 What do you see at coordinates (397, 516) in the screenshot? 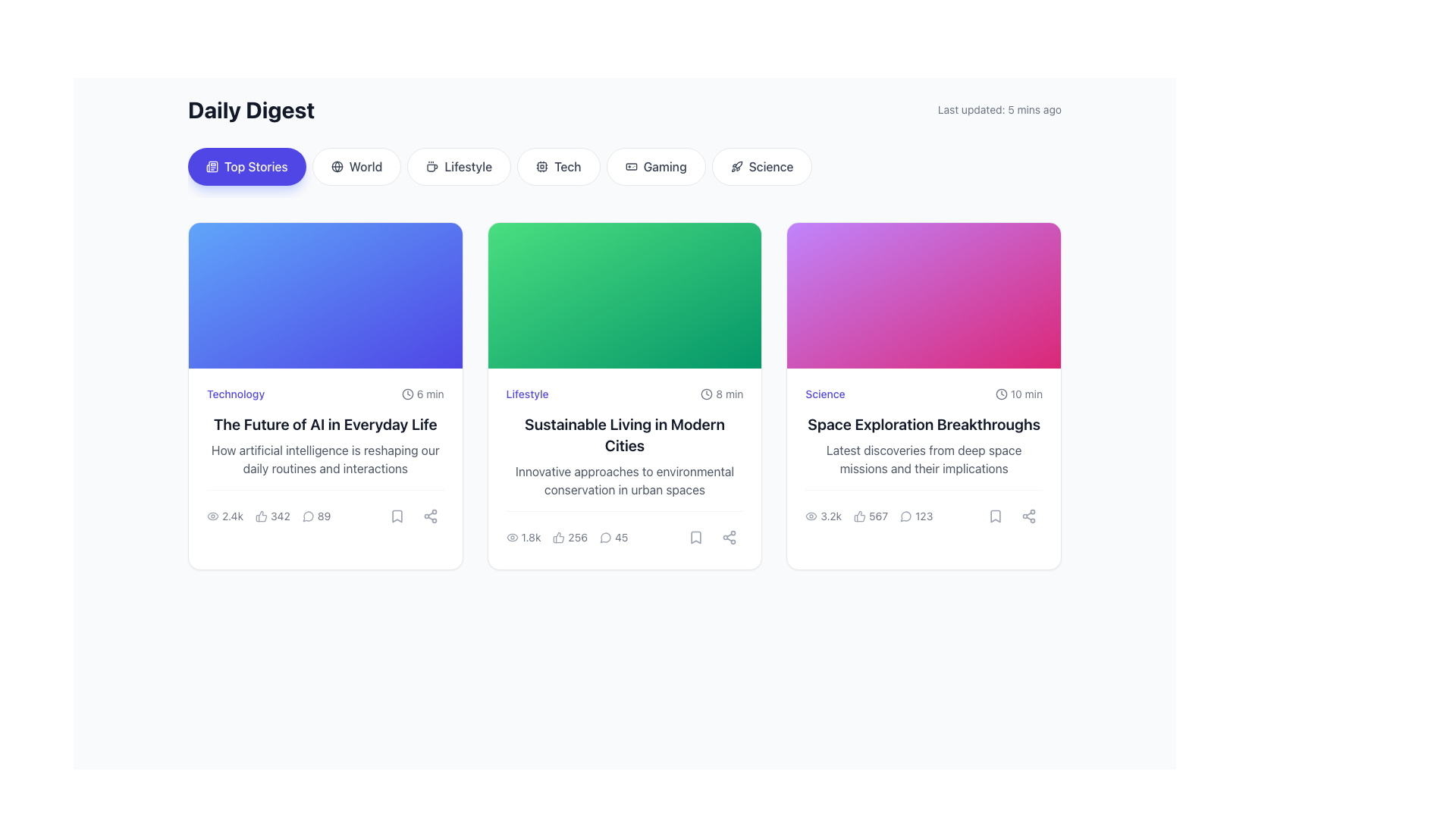
I see `the bookmark button located in the bottom-right corner of the first card titled 'The Future of AI in Everyday Life' within the 'Daily Digest' interface` at bounding box center [397, 516].